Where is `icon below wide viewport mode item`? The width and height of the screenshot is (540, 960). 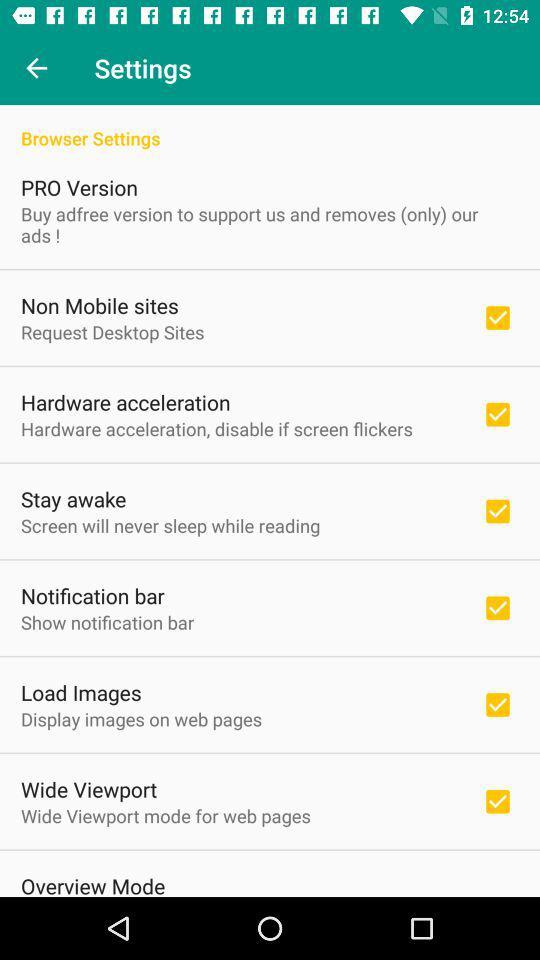 icon below wide viewport mode item is located at coordinates (92, 883).